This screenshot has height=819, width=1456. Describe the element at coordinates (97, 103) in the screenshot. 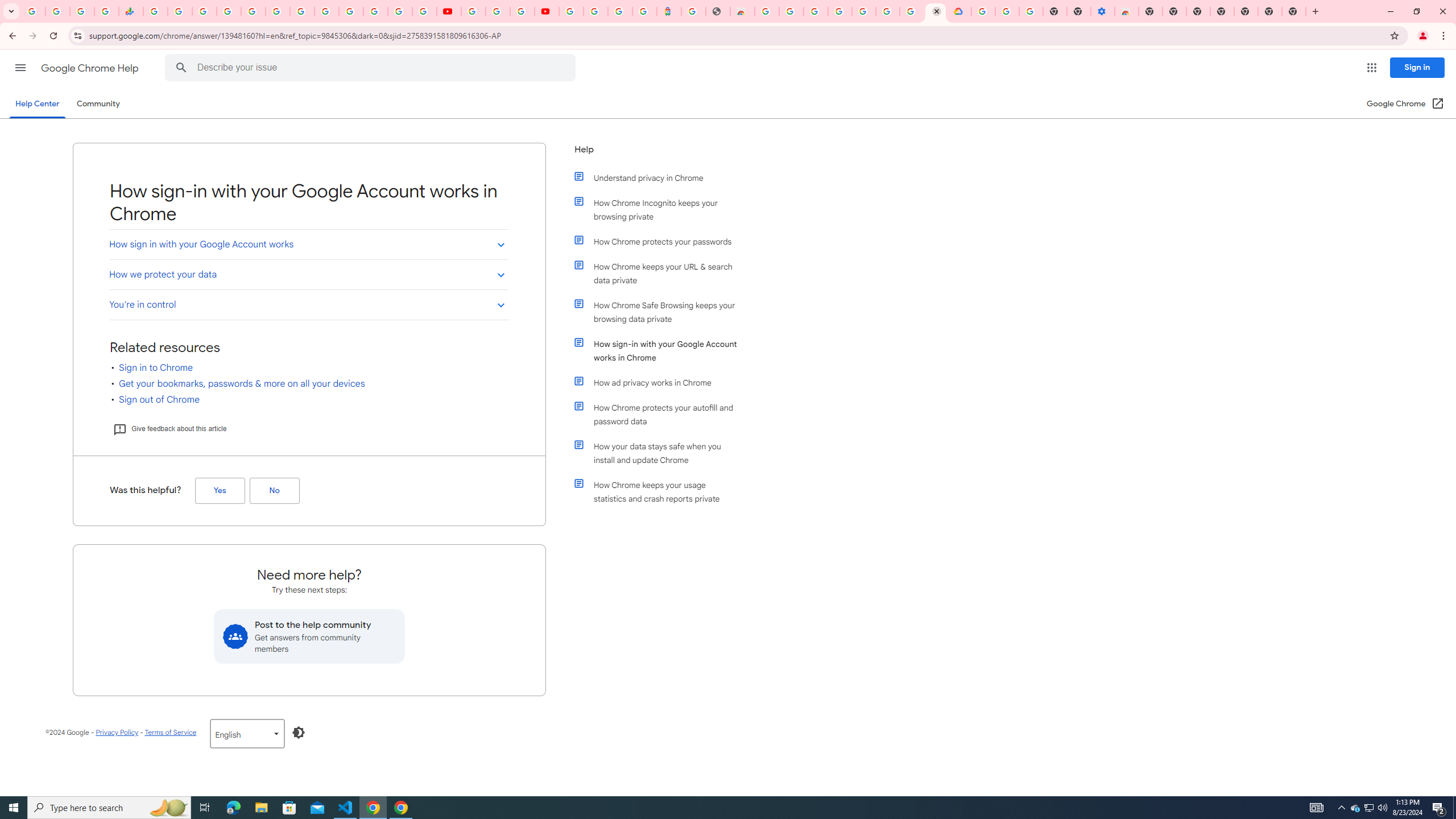

I see `'Community'` at that location.